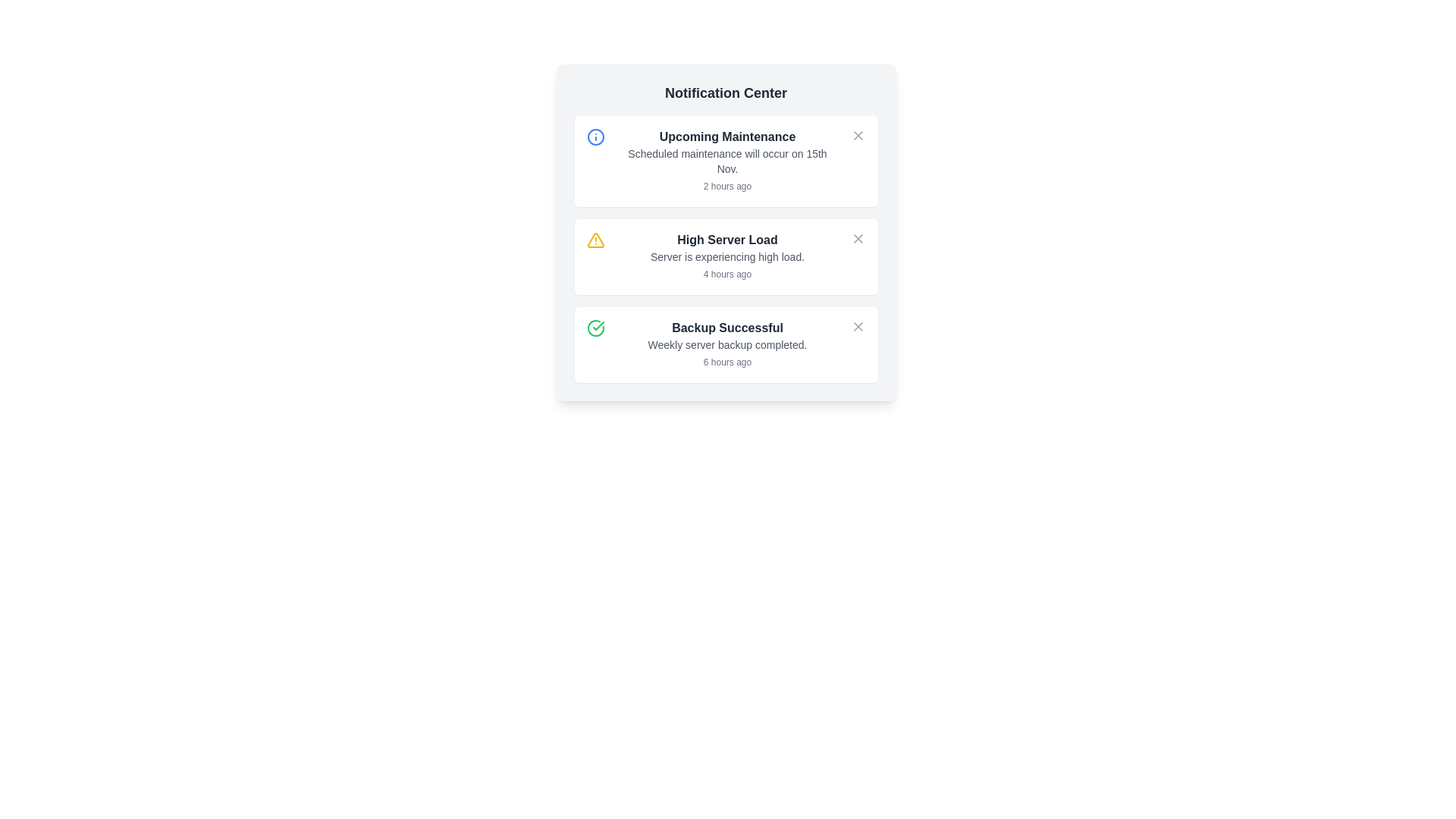 The width and height of the screenshot is (1456, 819). I want to click on the Notification card that summarizes a recent successful backup, located at the last position in the vertical list of notifications, so click(725, 345).